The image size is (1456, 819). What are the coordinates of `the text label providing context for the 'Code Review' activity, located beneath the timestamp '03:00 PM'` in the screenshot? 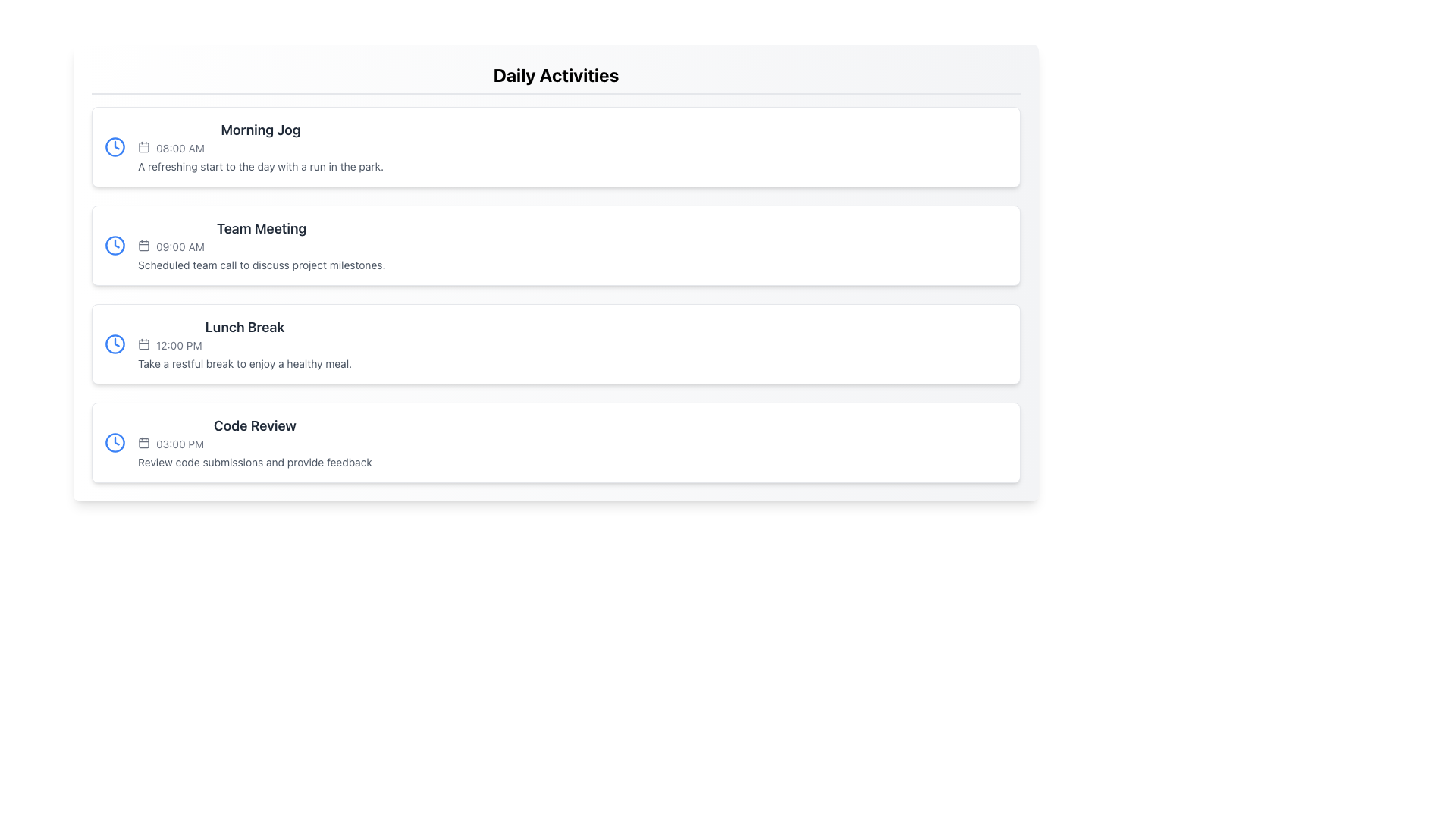 It's located at (255, 461).